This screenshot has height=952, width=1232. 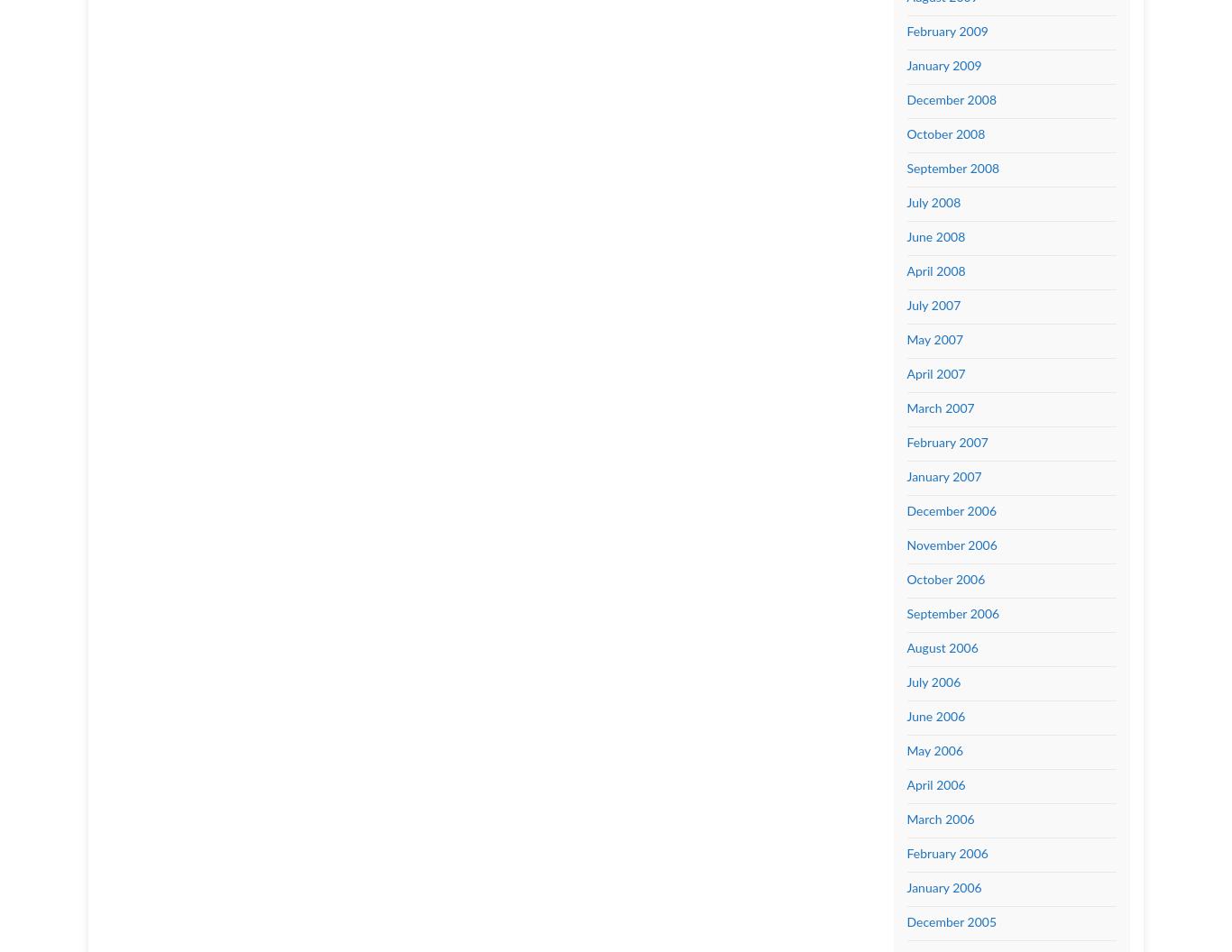 What do you see at coordinates (950, 98) in the screenshot?
I see `'December 2008'` at bounding box center [950, 98].